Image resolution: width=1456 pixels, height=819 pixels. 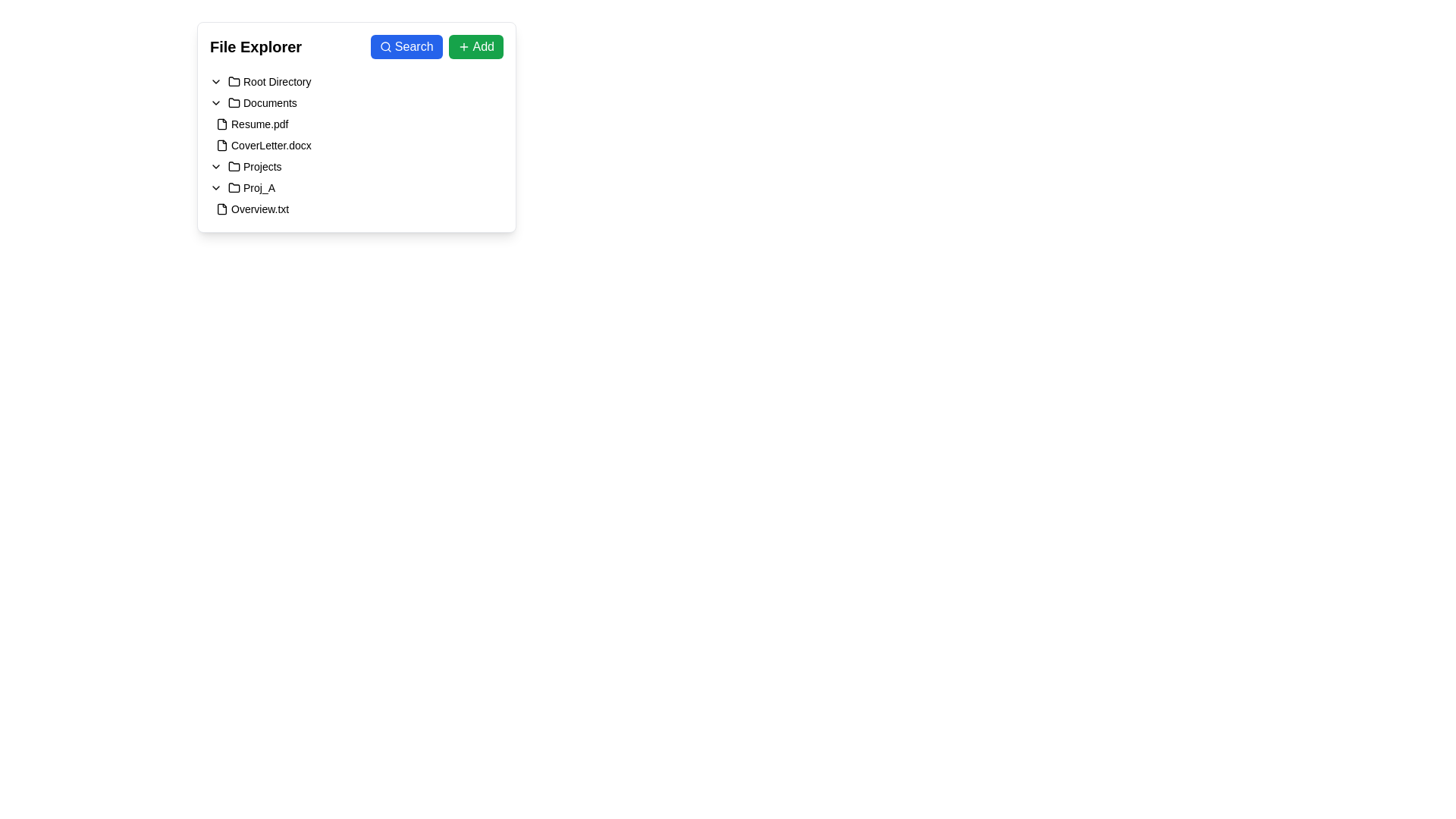 What do you see at coordinates (406, 45) in the screenshot?
I see `the blue rectangular 'Search' button with rounded corners located in the upper-right region of the 'File Explorer' card to initiate search` at bounding box center [406, 45].